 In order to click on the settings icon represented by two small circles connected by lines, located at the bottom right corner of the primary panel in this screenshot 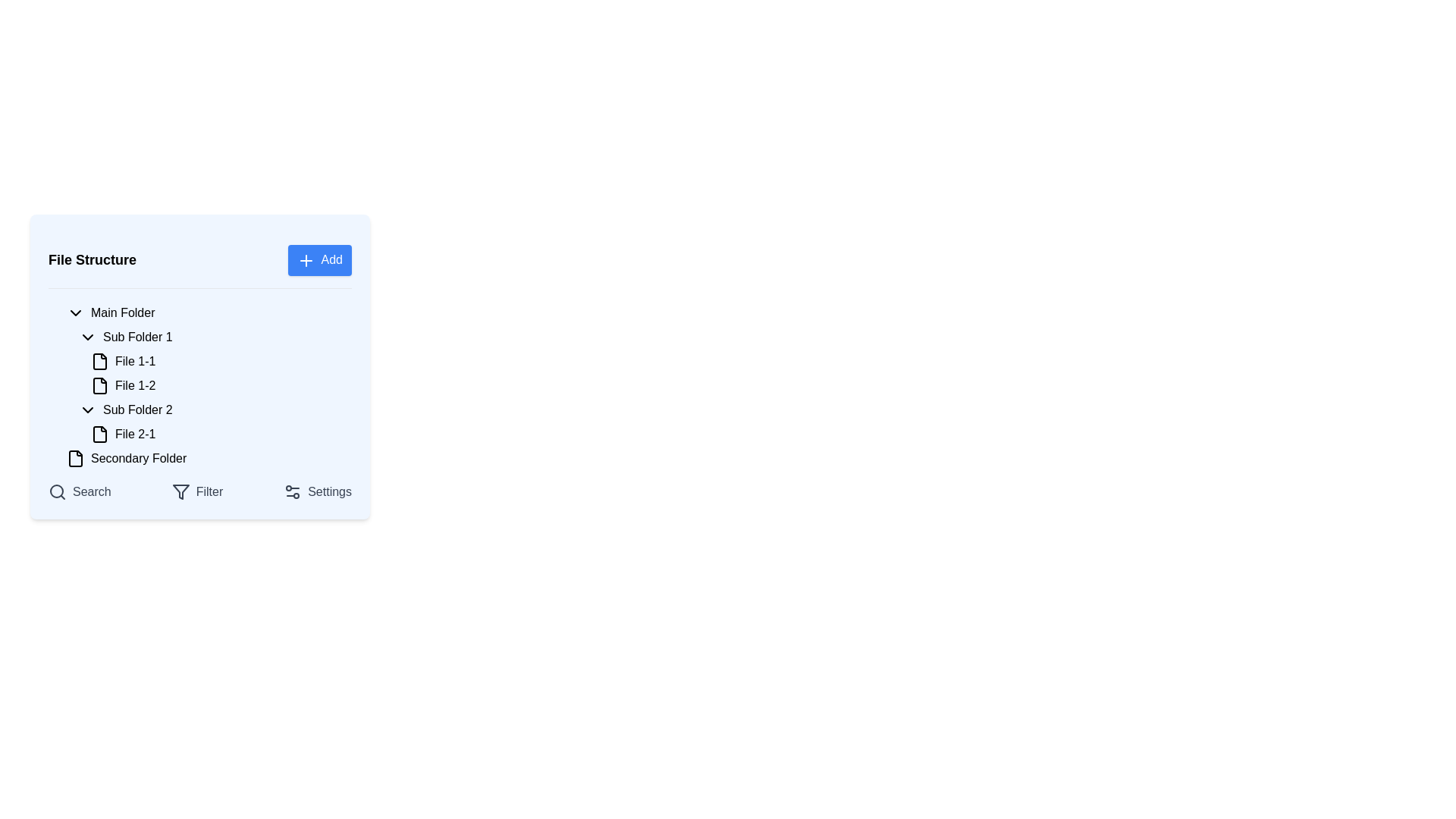, I will do `click(293, 491)`.